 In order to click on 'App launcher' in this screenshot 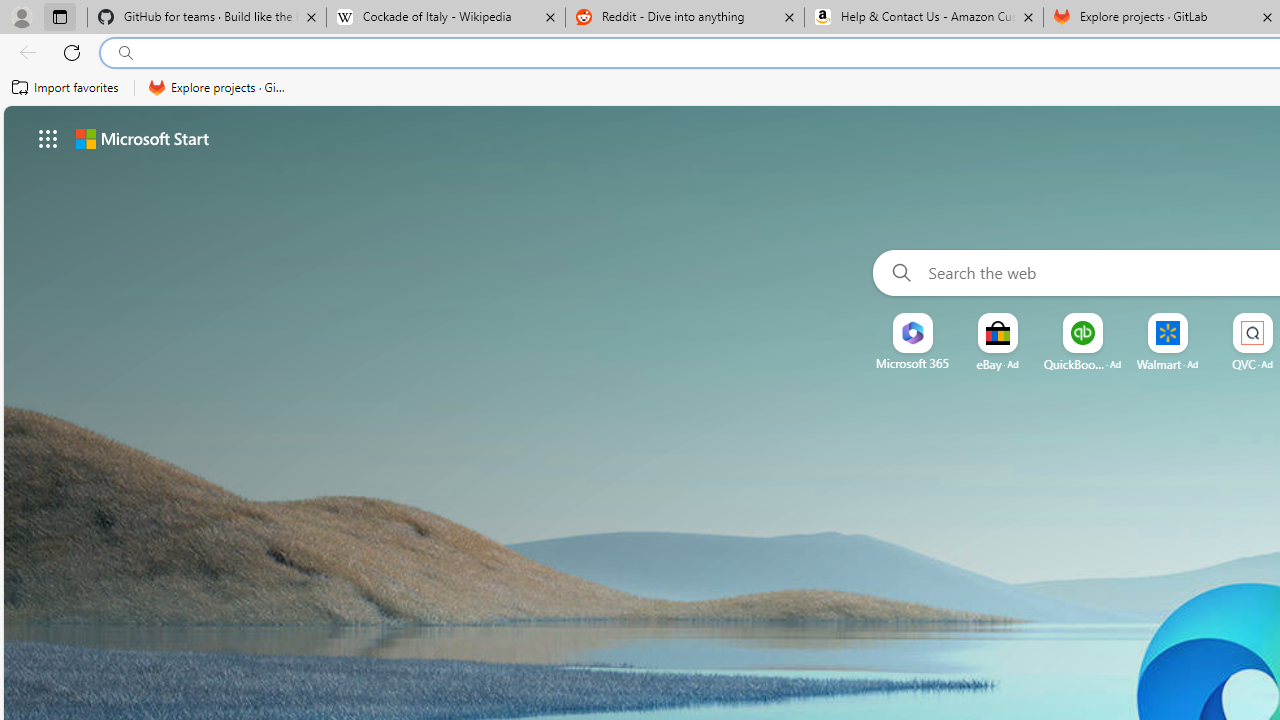, I will do `click(48, 137)`.